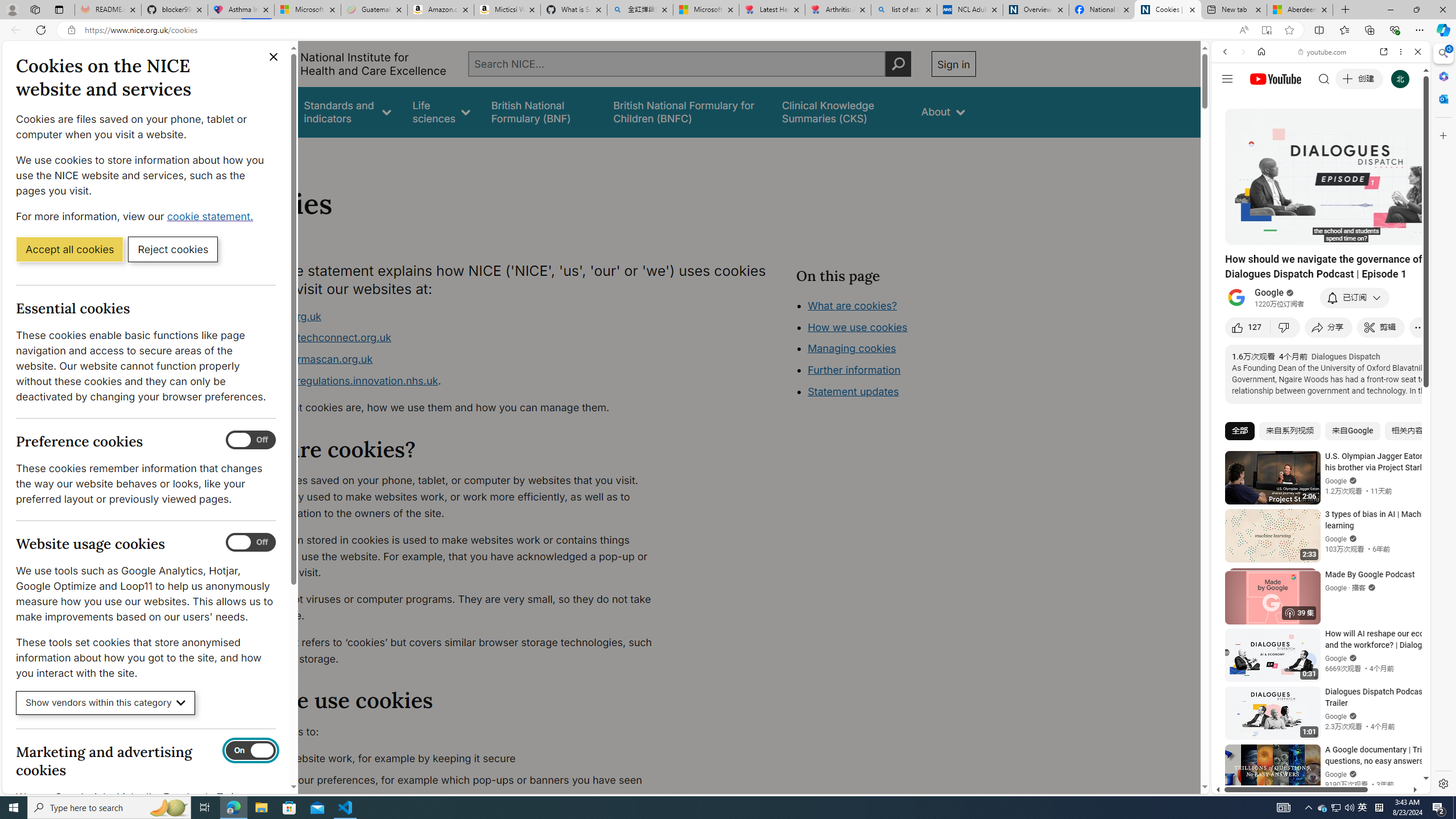 The width and height of the screenshot is (1456, 819). What do you see at coordinates (250, 542) in the screenshot?
I see `'Website usage cookies'` at bounding box center [250, 542].